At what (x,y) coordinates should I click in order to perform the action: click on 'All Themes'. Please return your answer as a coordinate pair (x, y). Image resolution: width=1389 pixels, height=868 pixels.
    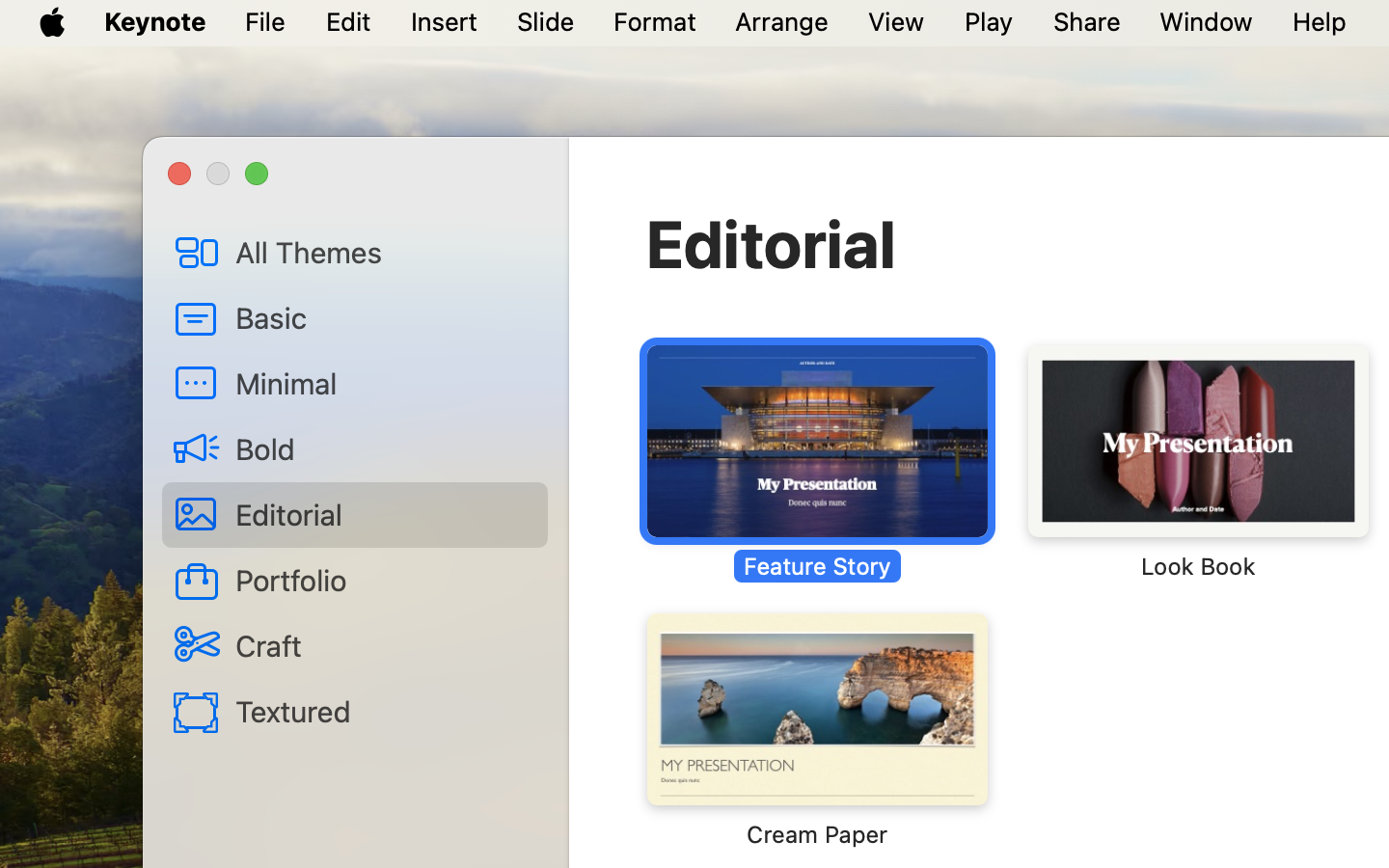
    Looking at the image, I should click on (383, 251).